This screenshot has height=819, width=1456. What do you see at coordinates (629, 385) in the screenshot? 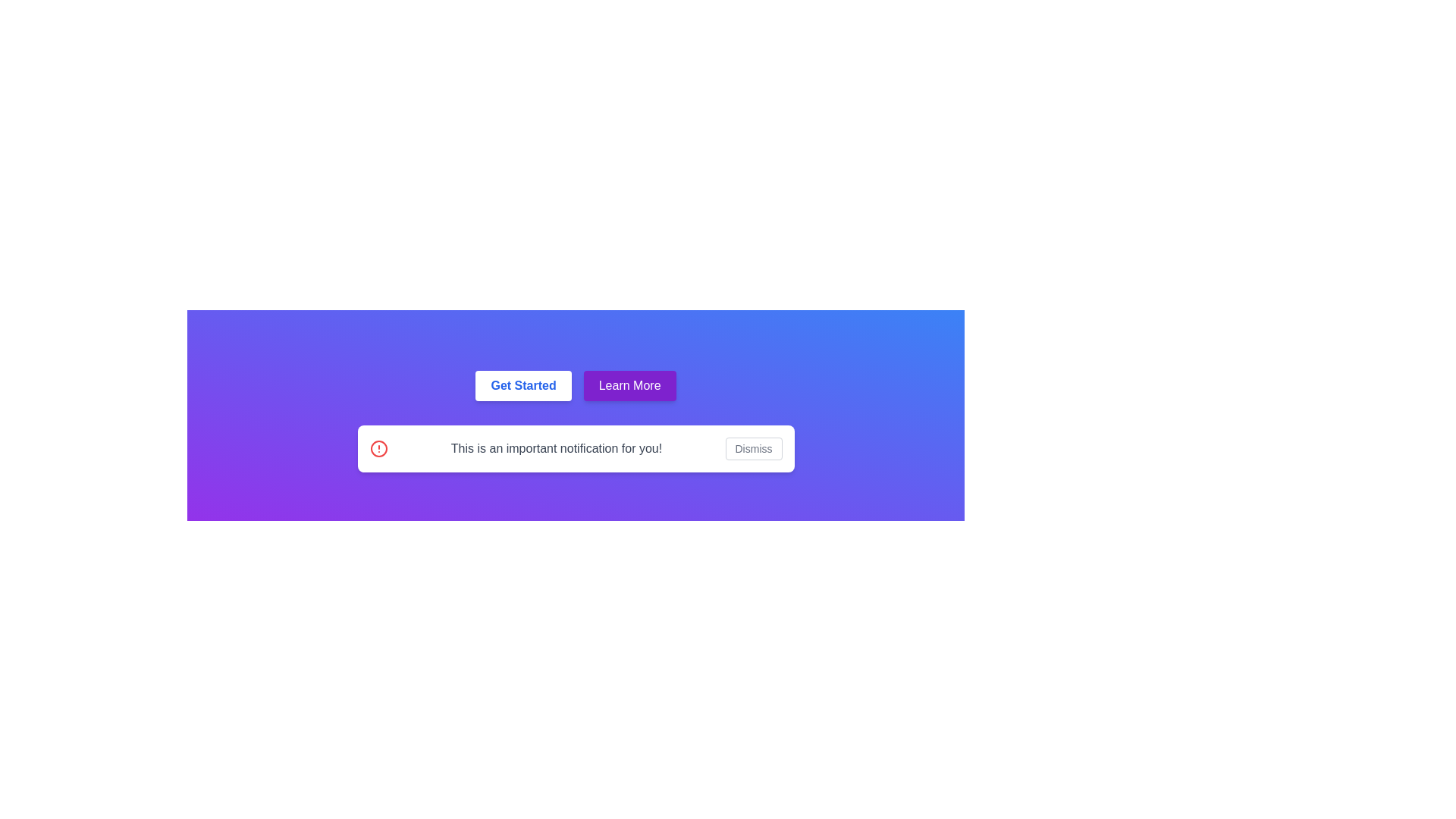
I see `the purple 'Learn More' button, which is a rounded rectangle with white text` at bounding box center [629, 385].